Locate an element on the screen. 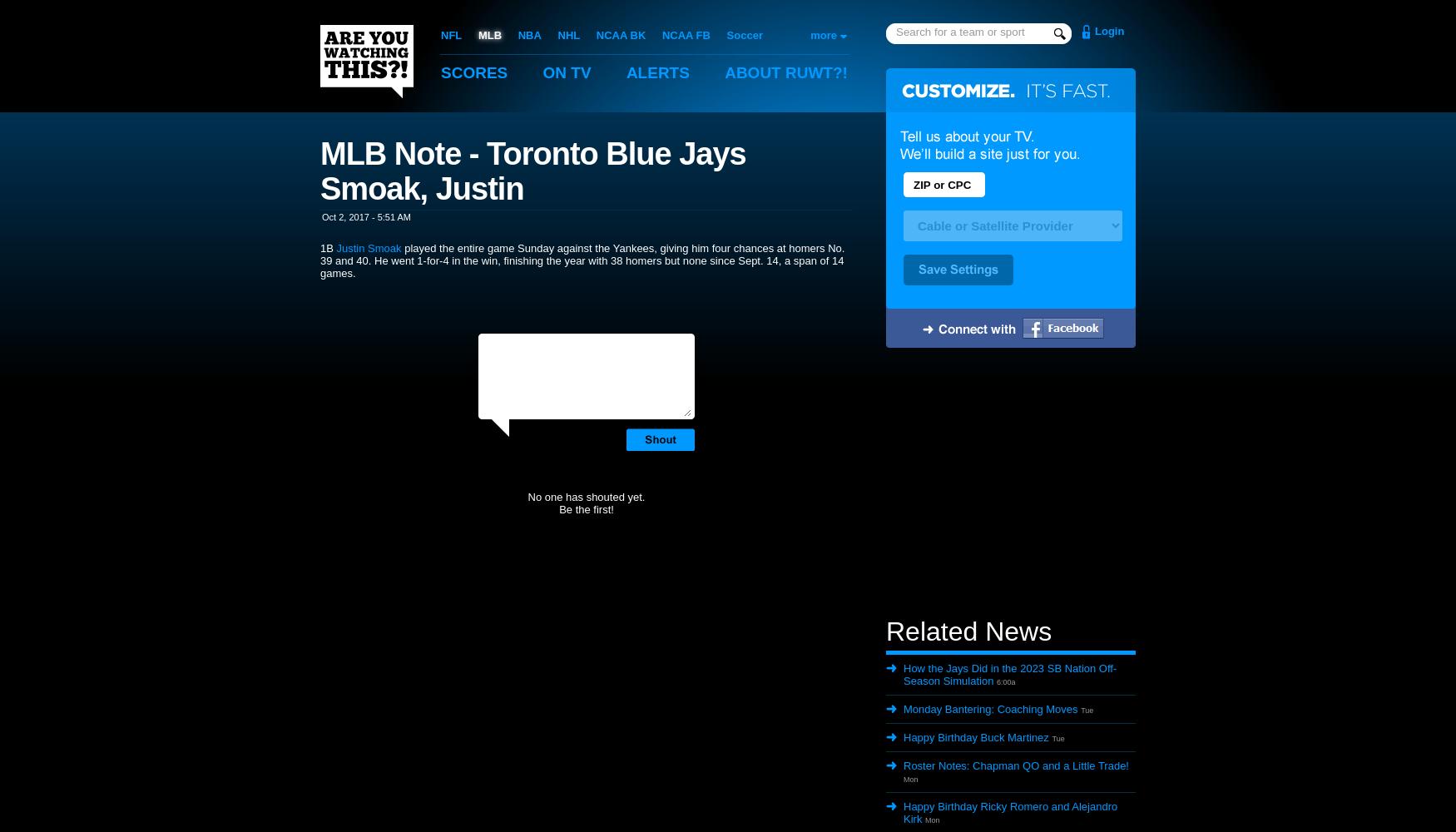  'Login' is located at coordinates (1109, 31).